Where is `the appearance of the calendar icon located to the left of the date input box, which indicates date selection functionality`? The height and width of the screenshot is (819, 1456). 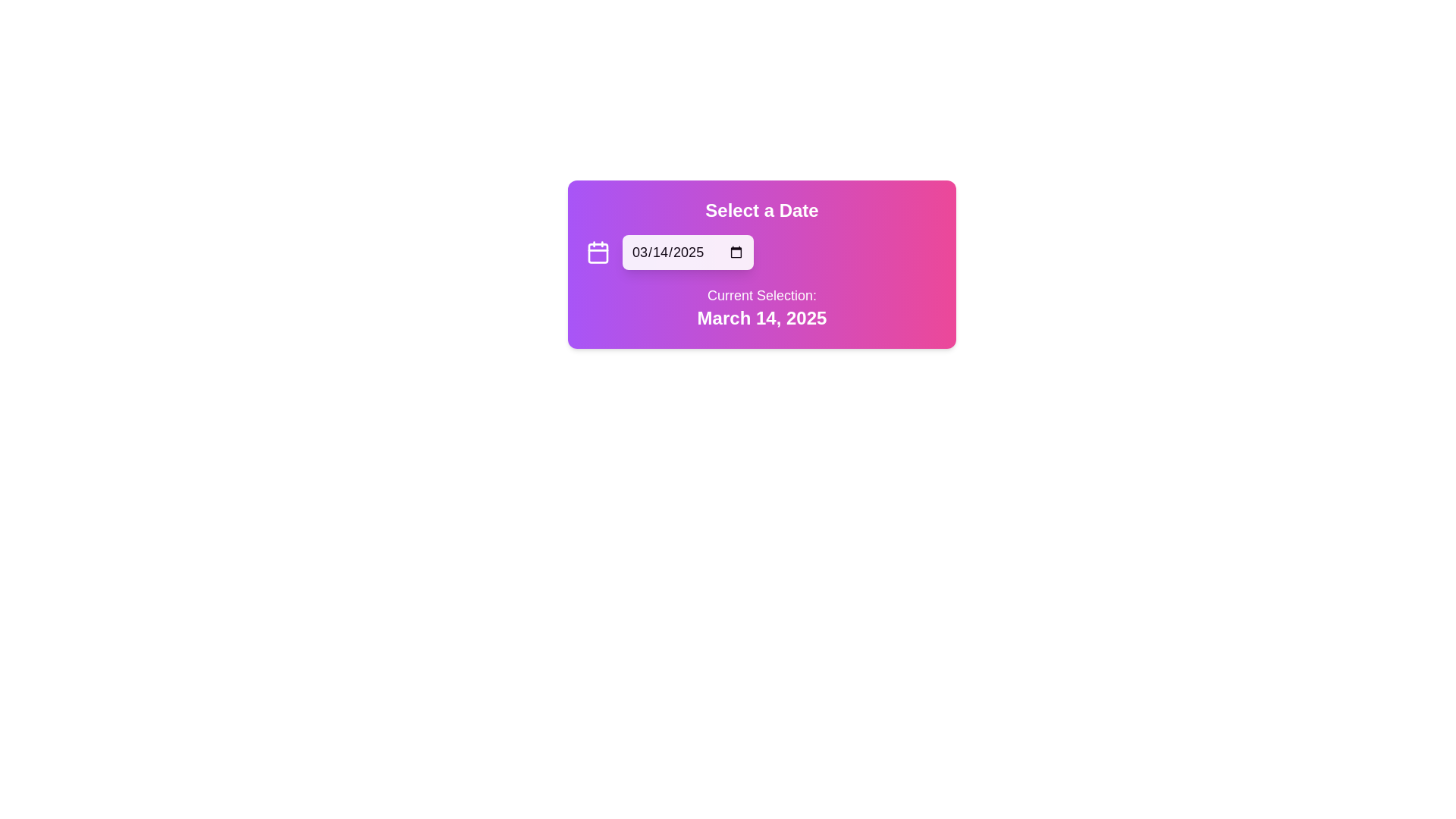
the appearance of the calendar icon located to the left of the date input box, which indicates date selection functionality is located at coordinates (597, 251).